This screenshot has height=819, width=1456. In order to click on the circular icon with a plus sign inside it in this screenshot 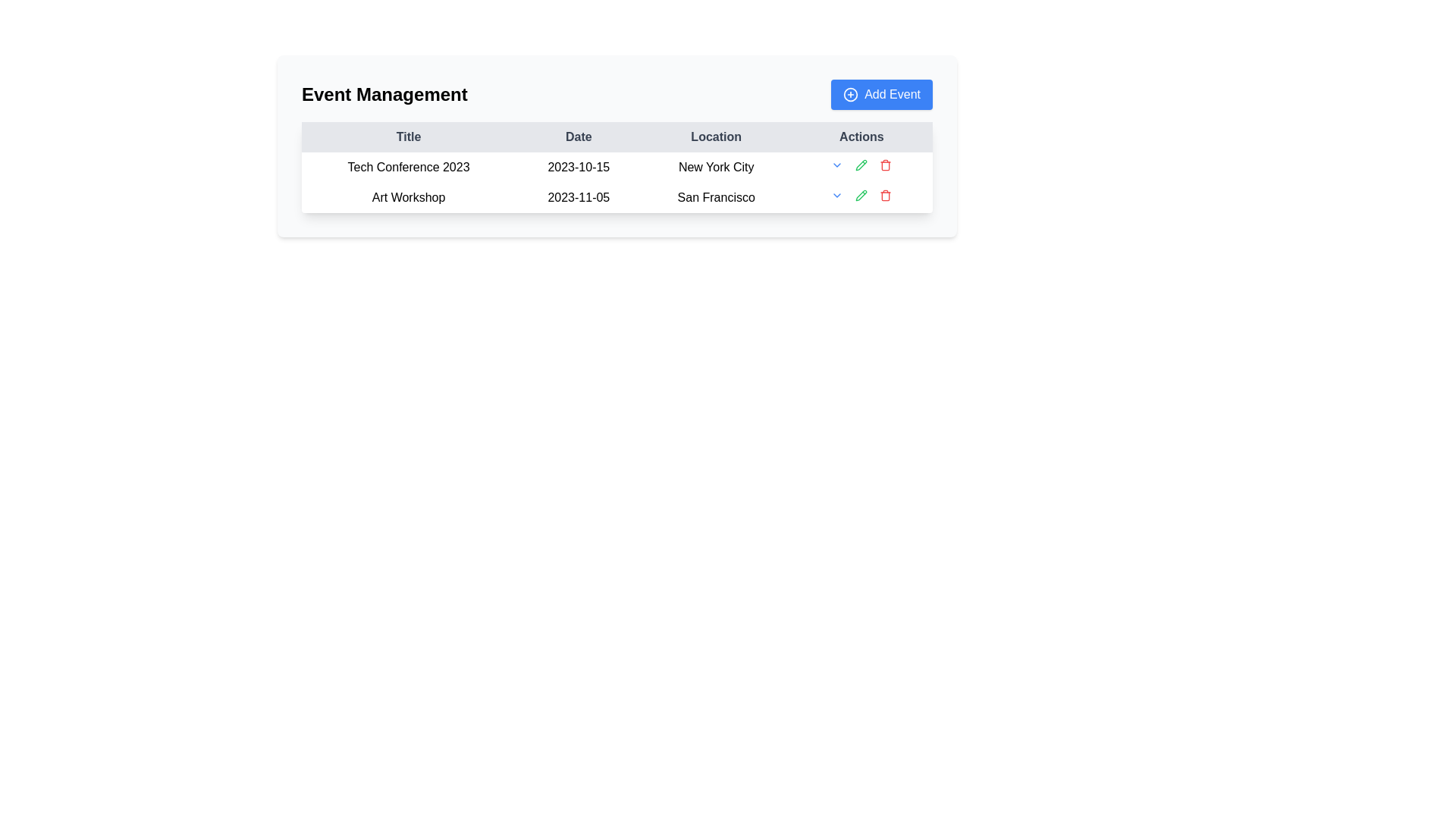, I will do `click(851, 94)`.